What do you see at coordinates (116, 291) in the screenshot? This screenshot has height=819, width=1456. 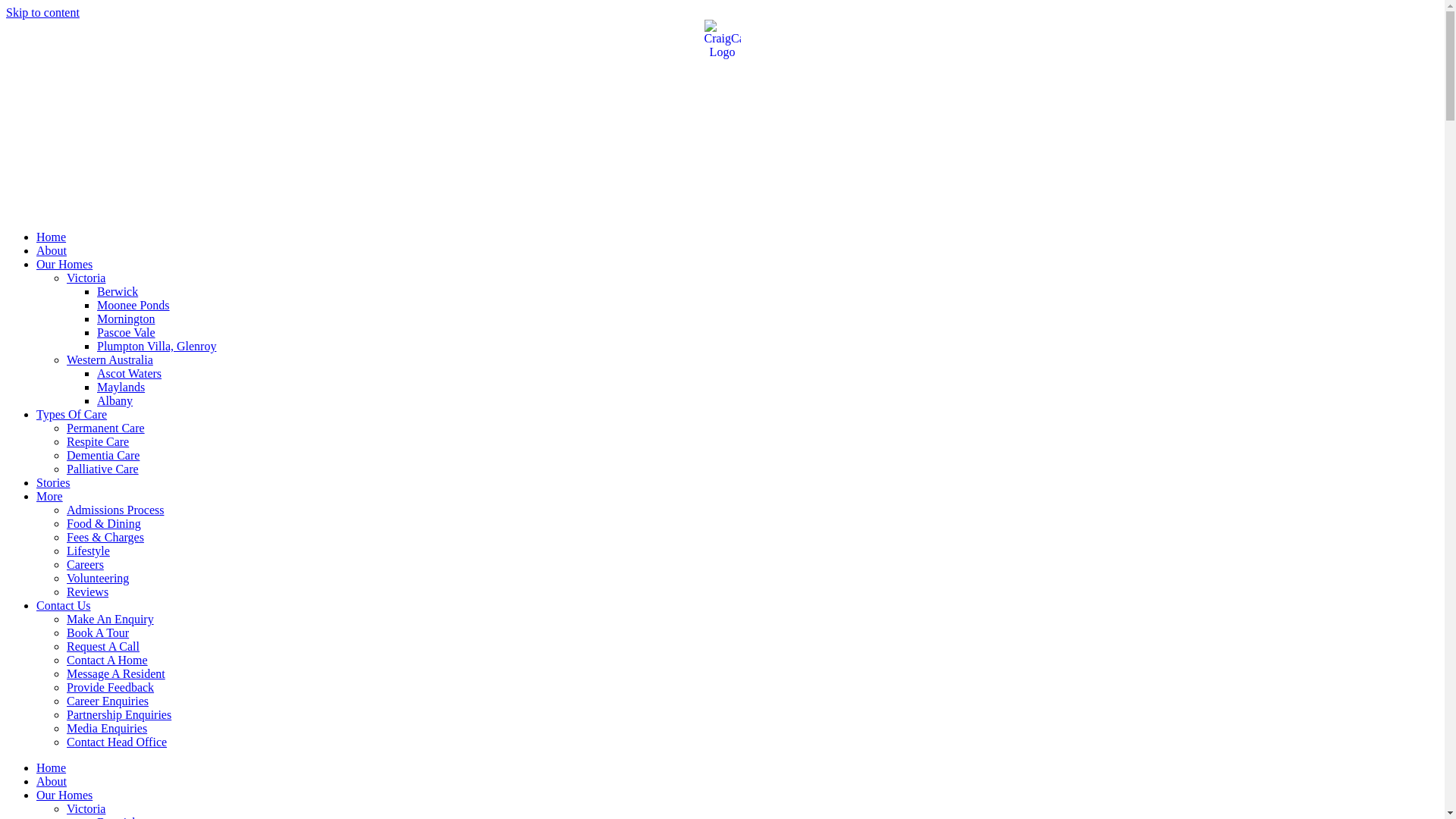 I see `'Berwick'` at bounding box center [116, 291].